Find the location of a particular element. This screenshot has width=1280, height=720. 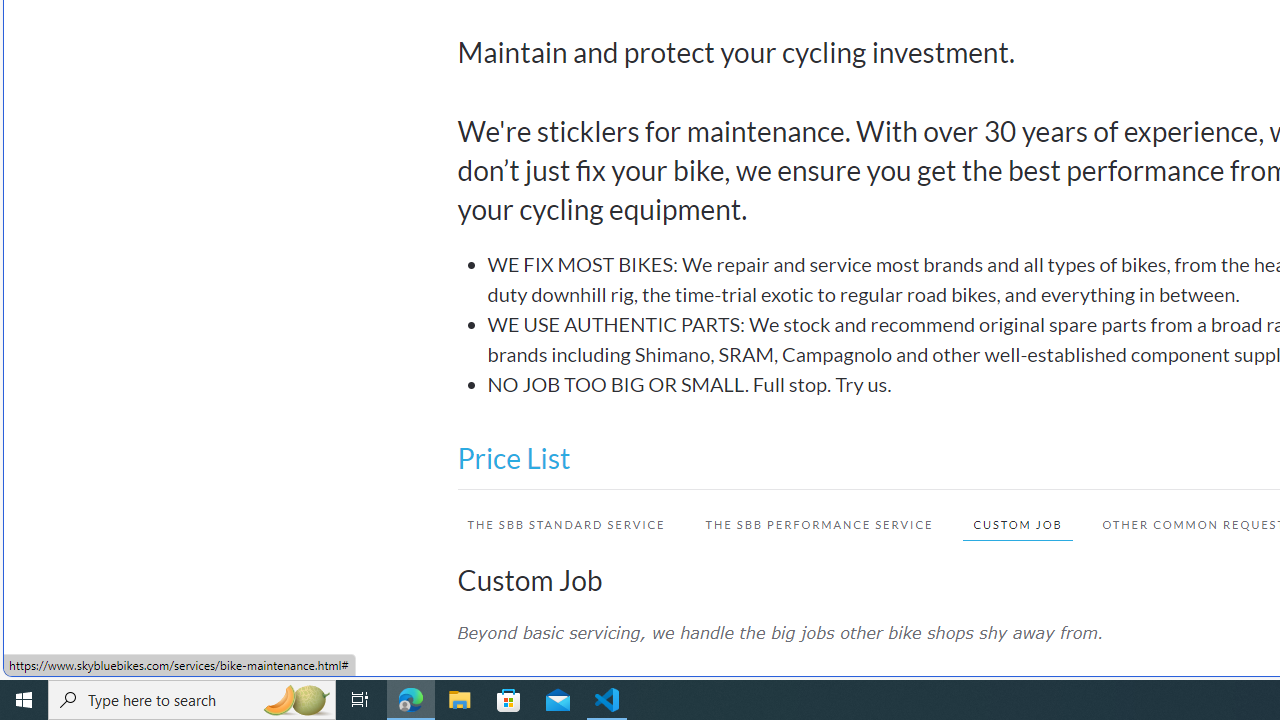

'THE SBB PERFORMANCE SERVICE' is located at coordinates (809, 523).